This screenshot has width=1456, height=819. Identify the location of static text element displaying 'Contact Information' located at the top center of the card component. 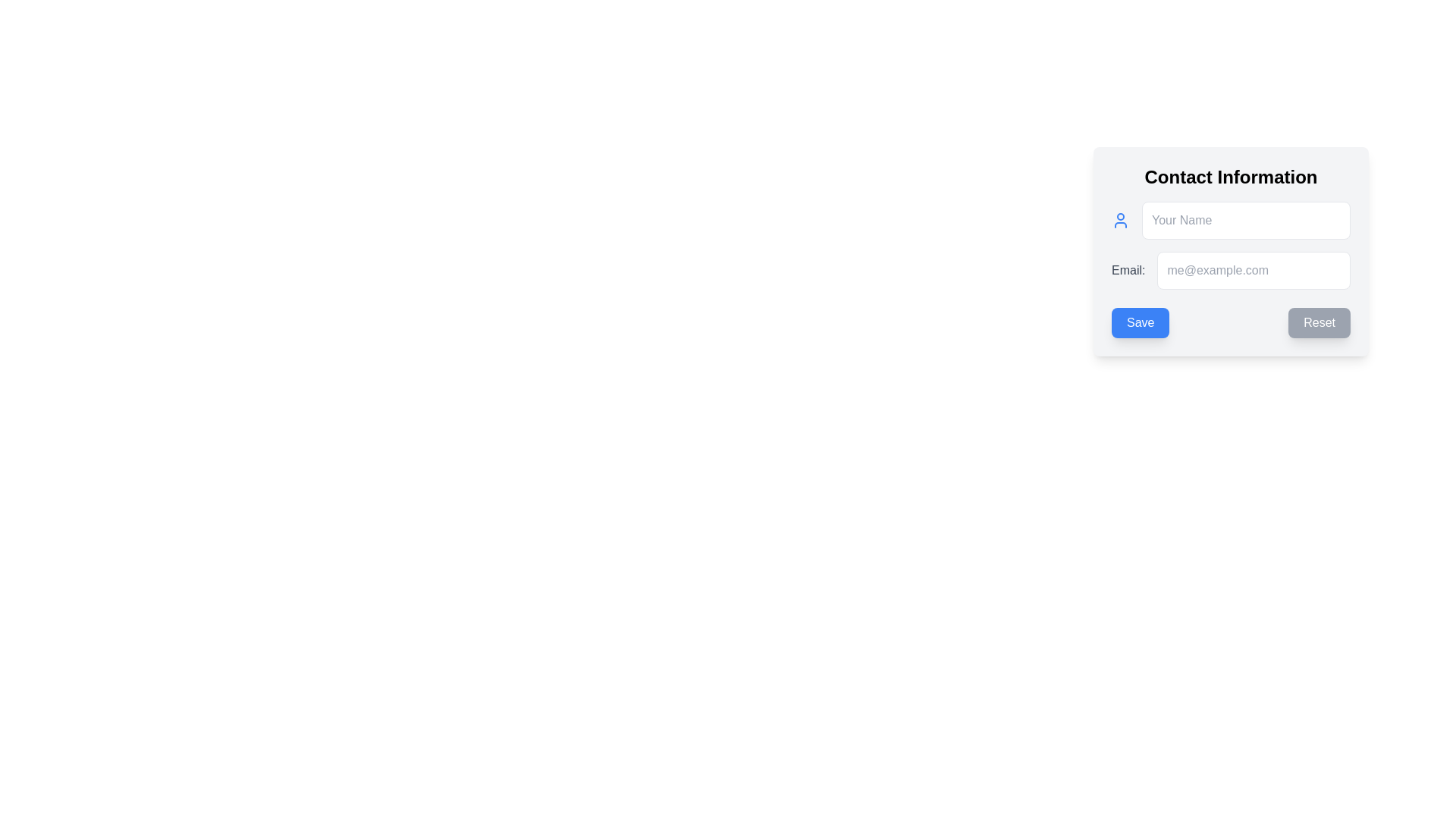
(1231, 177).